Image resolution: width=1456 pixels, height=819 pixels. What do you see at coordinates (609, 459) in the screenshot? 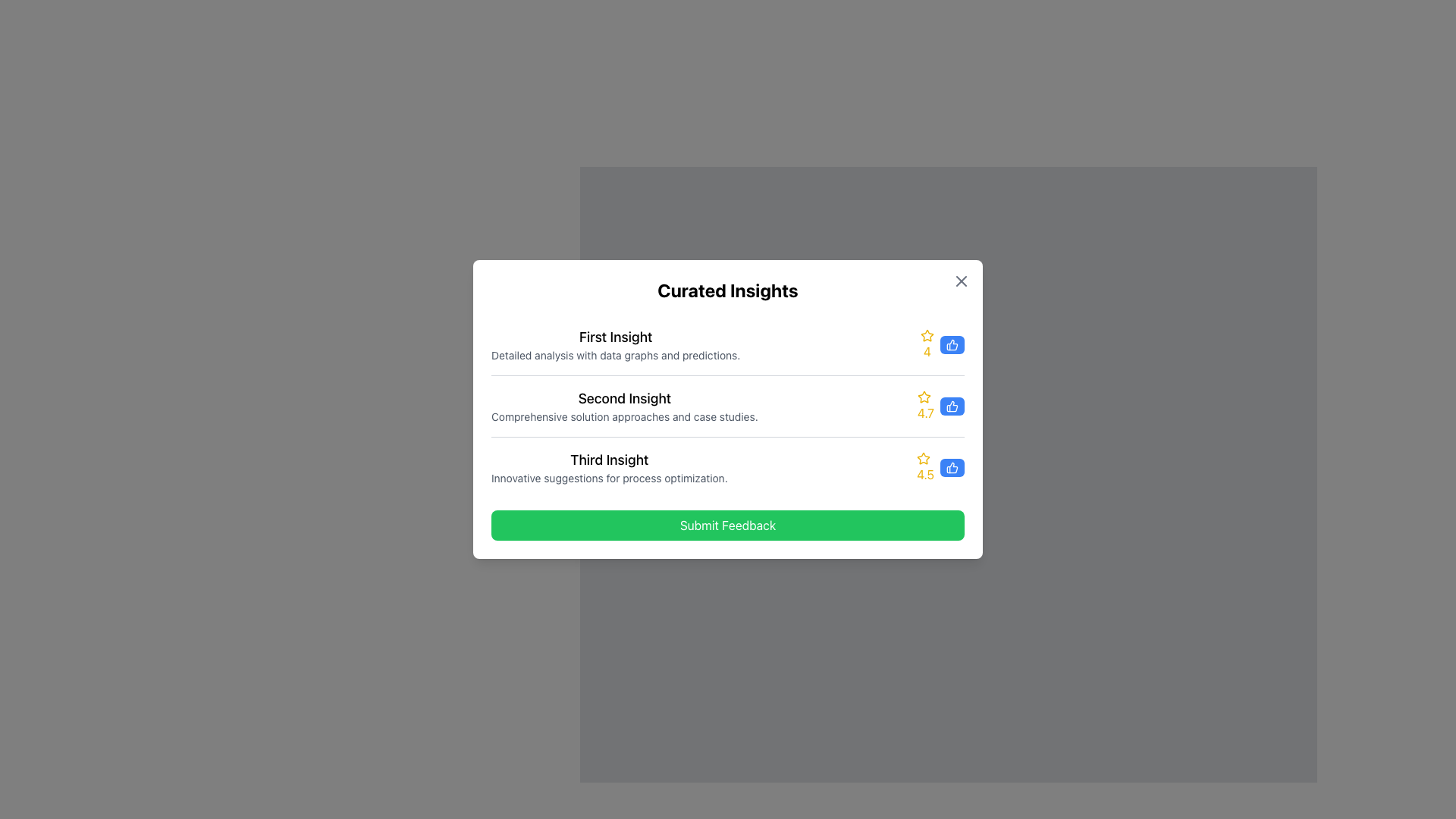
I see `the text label indicating the third insight in the list, which is positioned centrally above the 'Submit Feedback' button` at bounding box center [609, 459].